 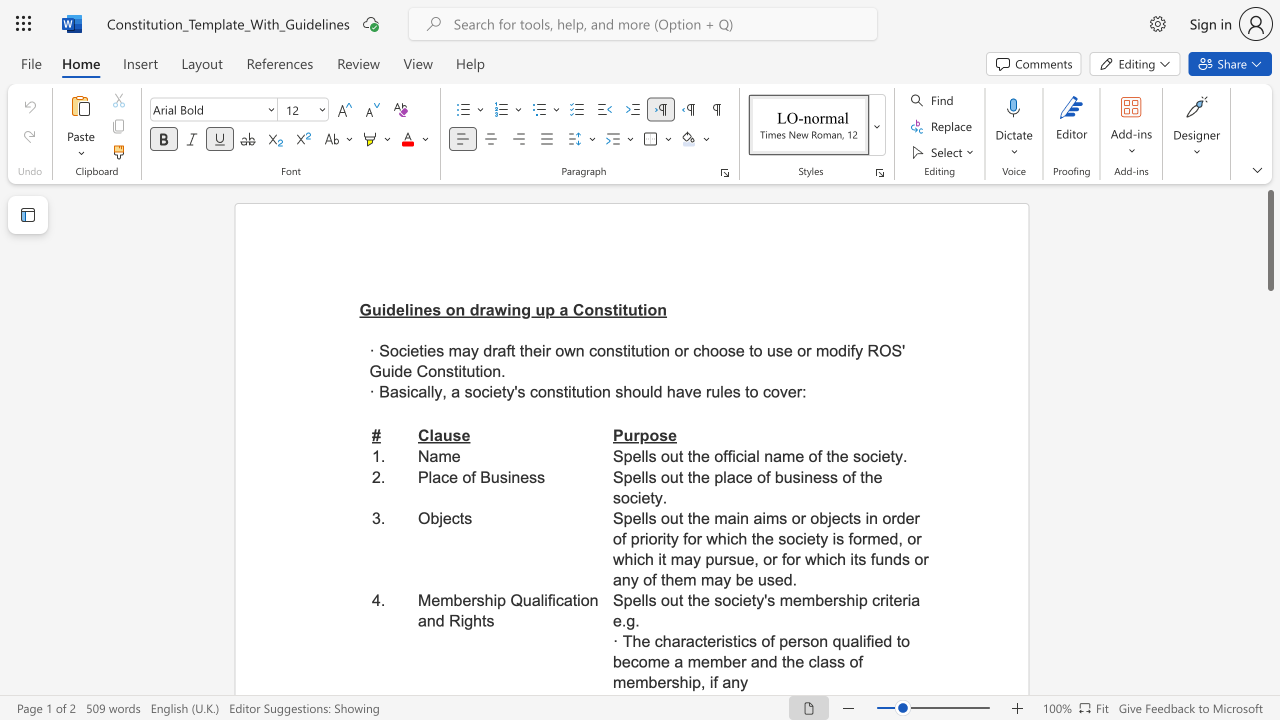 I want to click on the scrollbar on the side, so click(x=1269, y=670).